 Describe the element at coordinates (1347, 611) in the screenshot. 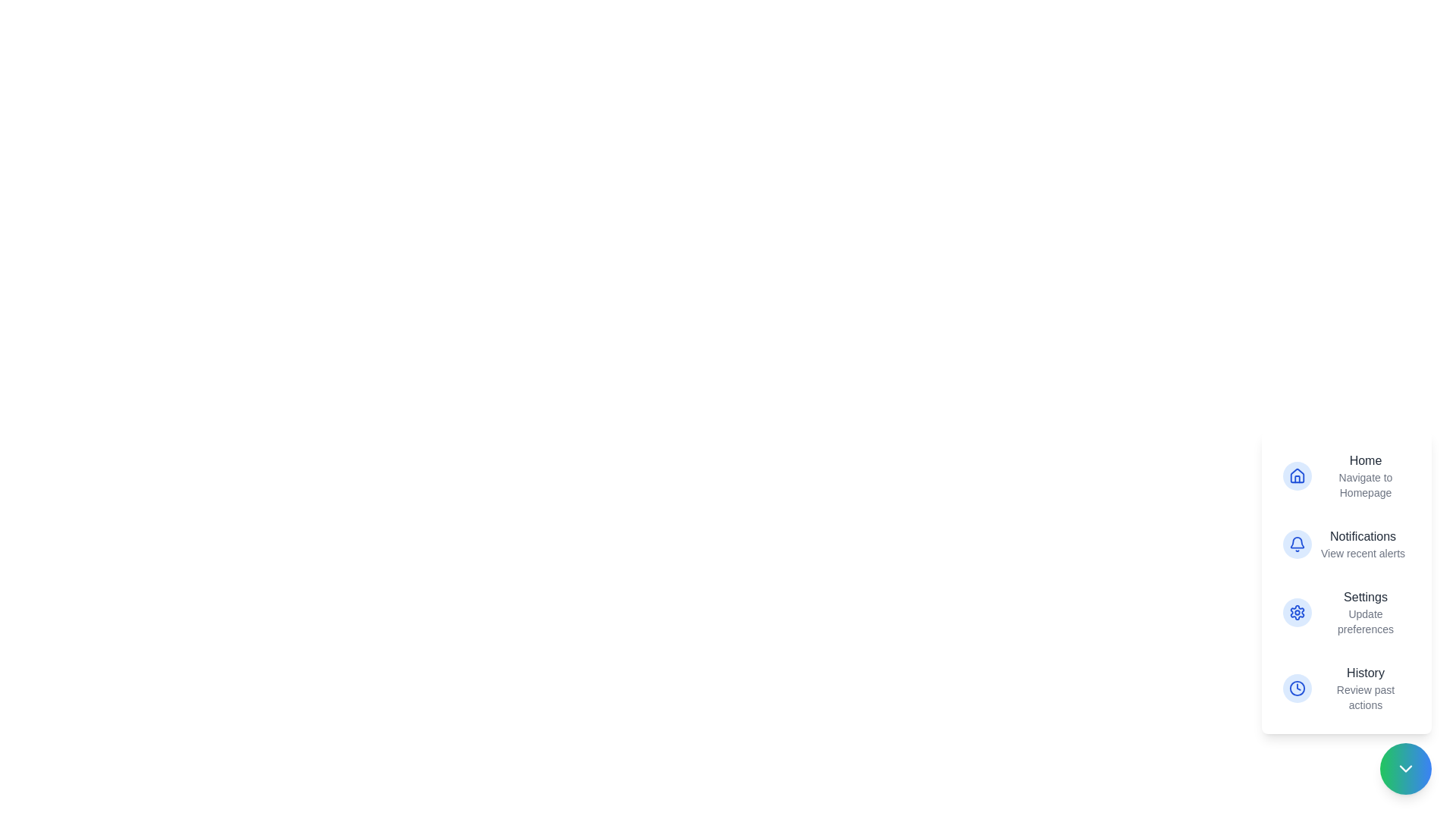

I see `the action item labeled Settings` at that location.